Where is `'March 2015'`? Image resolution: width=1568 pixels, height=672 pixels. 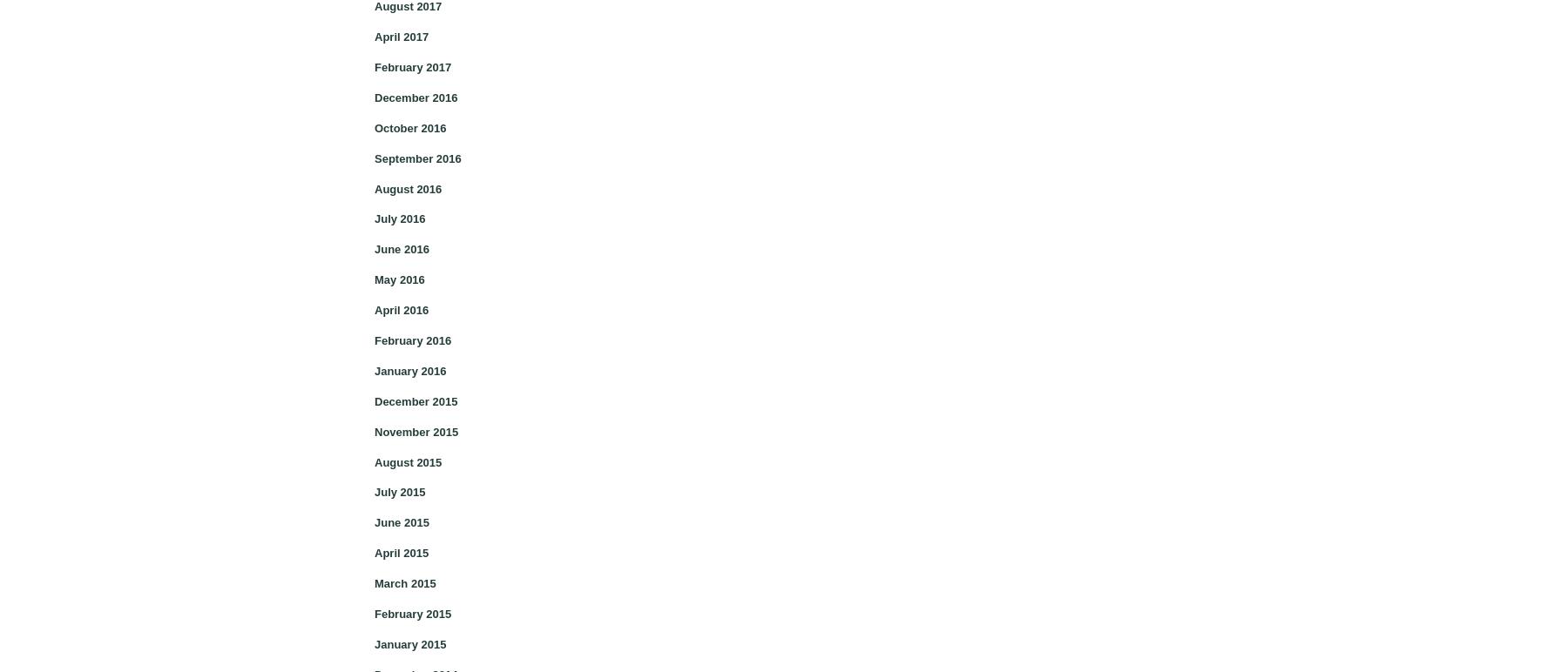 'March 2015' is located at coordinates (403, 583).